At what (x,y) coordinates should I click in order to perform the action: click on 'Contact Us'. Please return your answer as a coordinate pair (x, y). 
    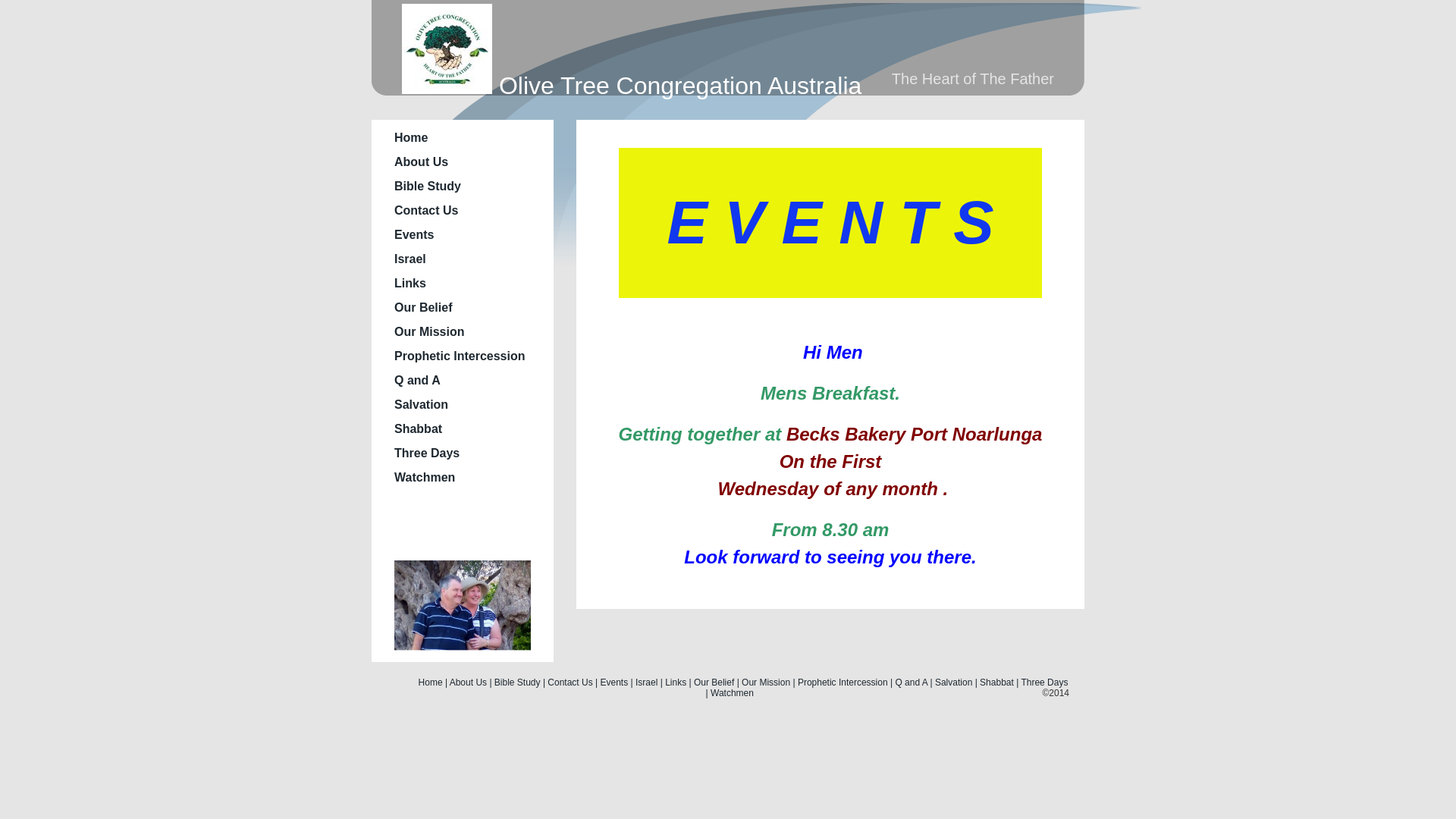
    Looking at the image, I should click on (425, 210).